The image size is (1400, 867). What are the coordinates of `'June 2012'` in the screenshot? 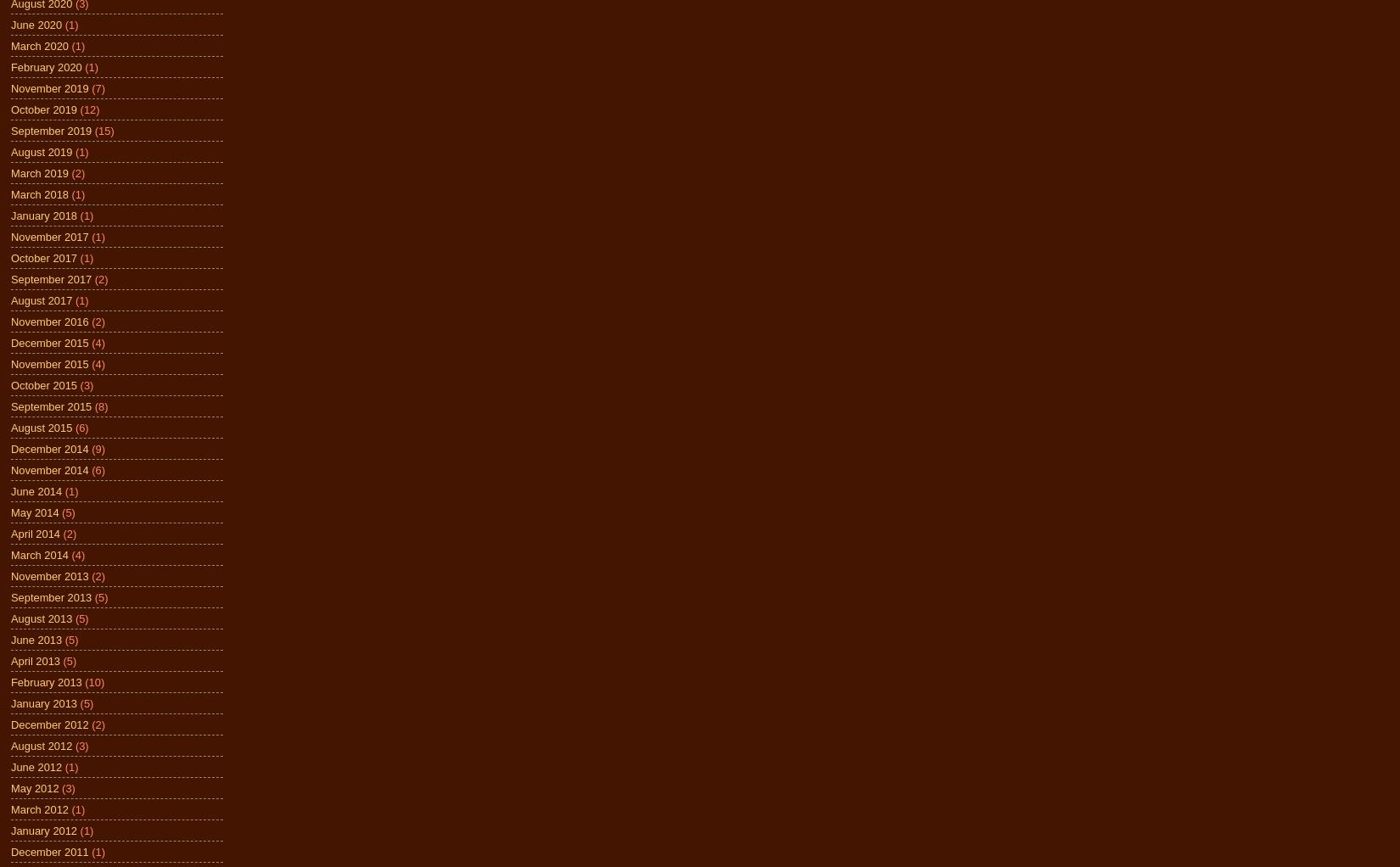 It's located at (36, 765).